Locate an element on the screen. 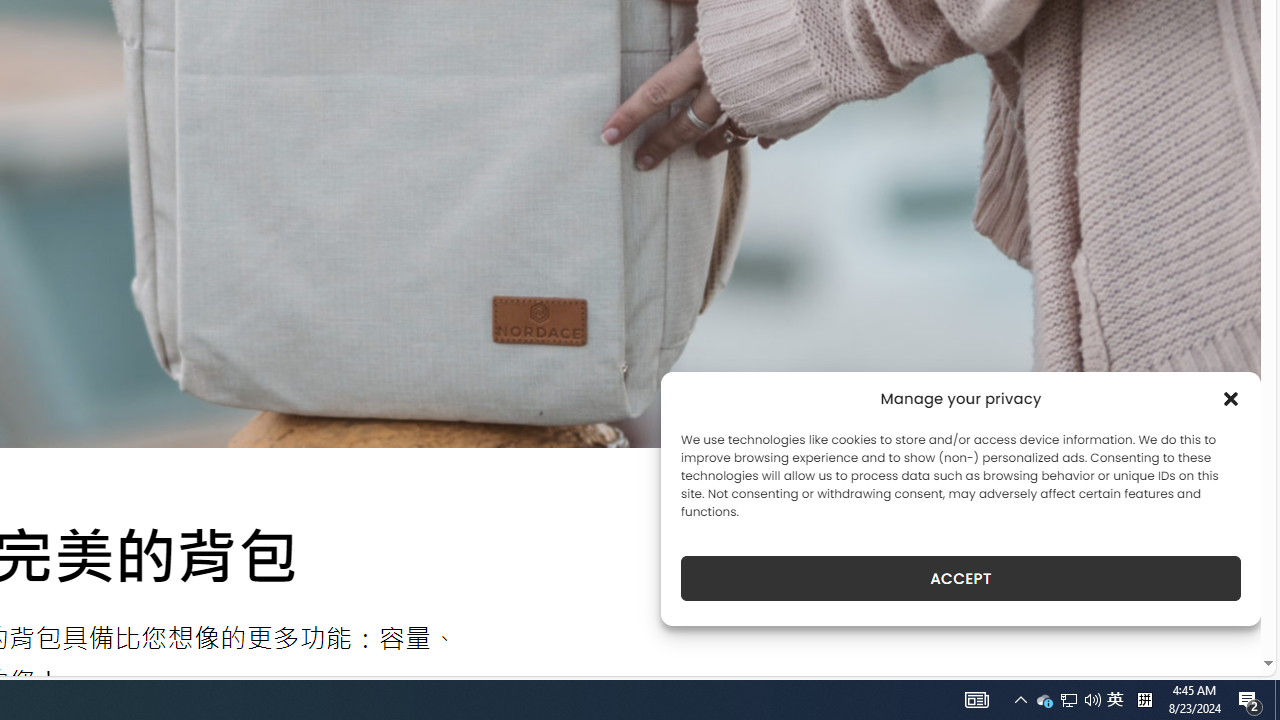 This screenshot has width=1280, height=720. 'ACCEPT' is located at coordinates (961, 578).